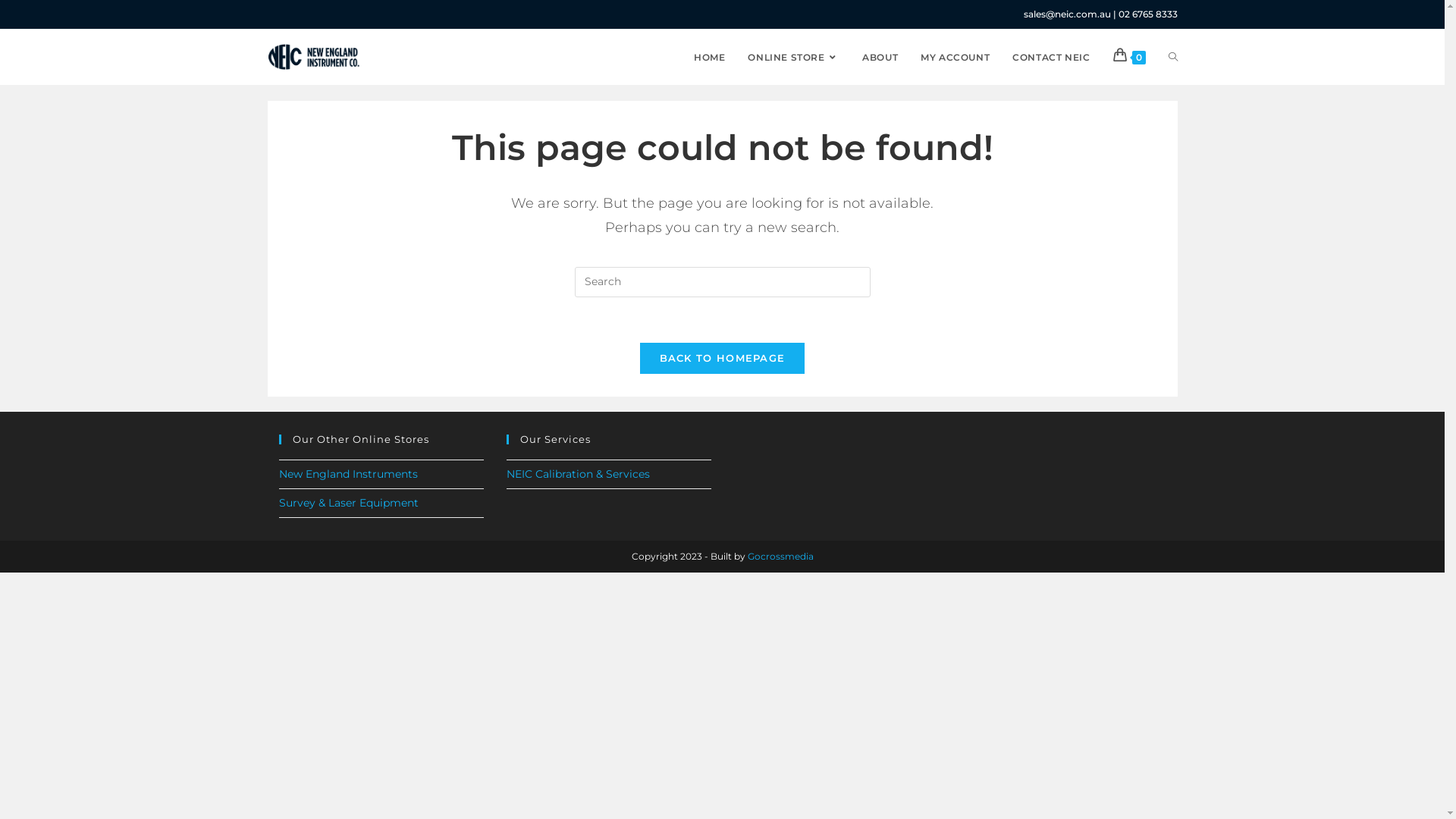 Image resolution: width=1456 pixels, height=819 pixels. What do you see at coordinates (747, 556) in the screenshot?
I see `'Gocrossmedia'` at bounding box center [747, 556].